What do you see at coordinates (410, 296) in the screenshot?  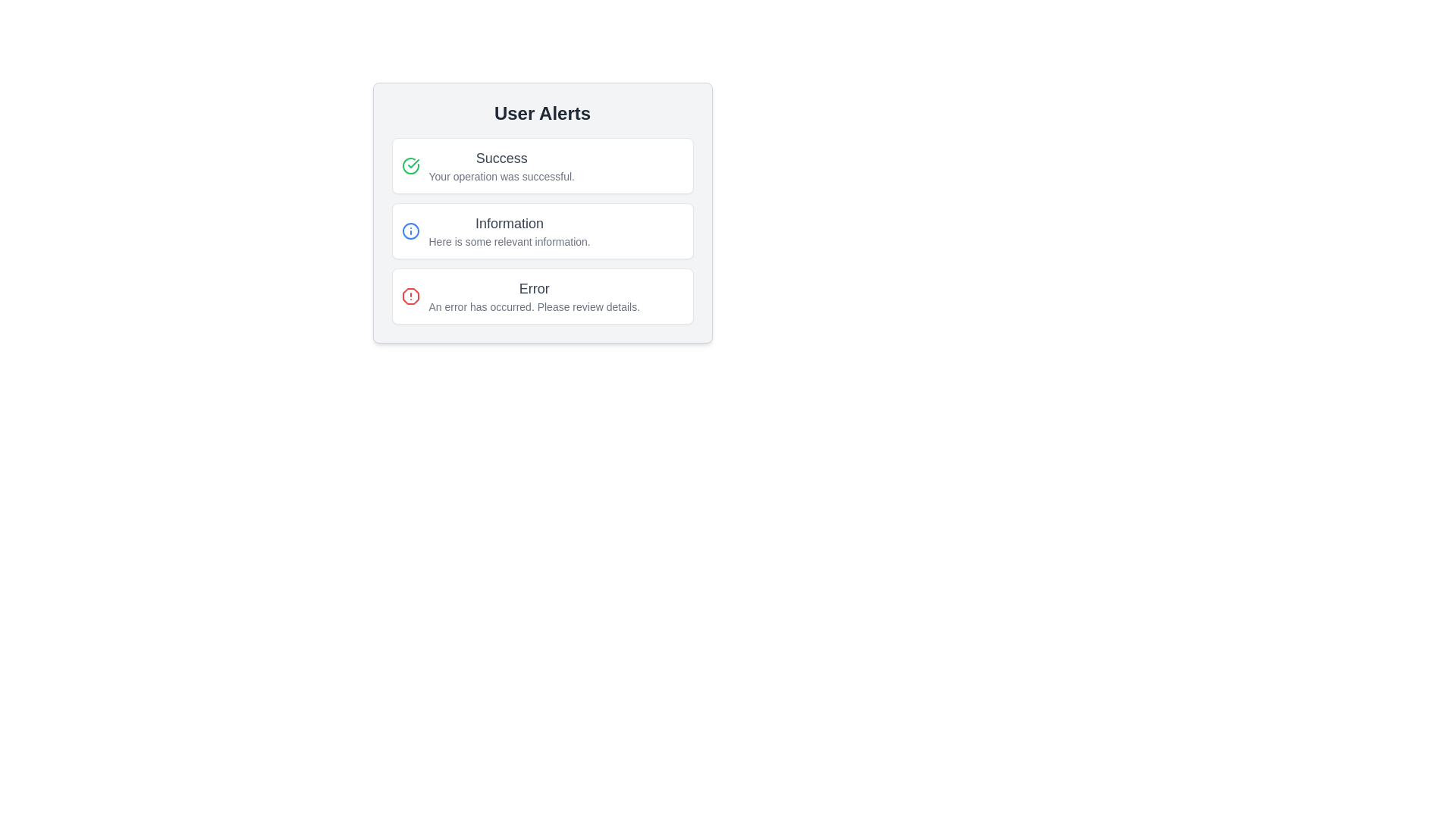 I see `the octagonal red alert icon located in the rightmost column of the 'Error' section, adjacent to the text 'Error'` at bounding box center [410, 296].